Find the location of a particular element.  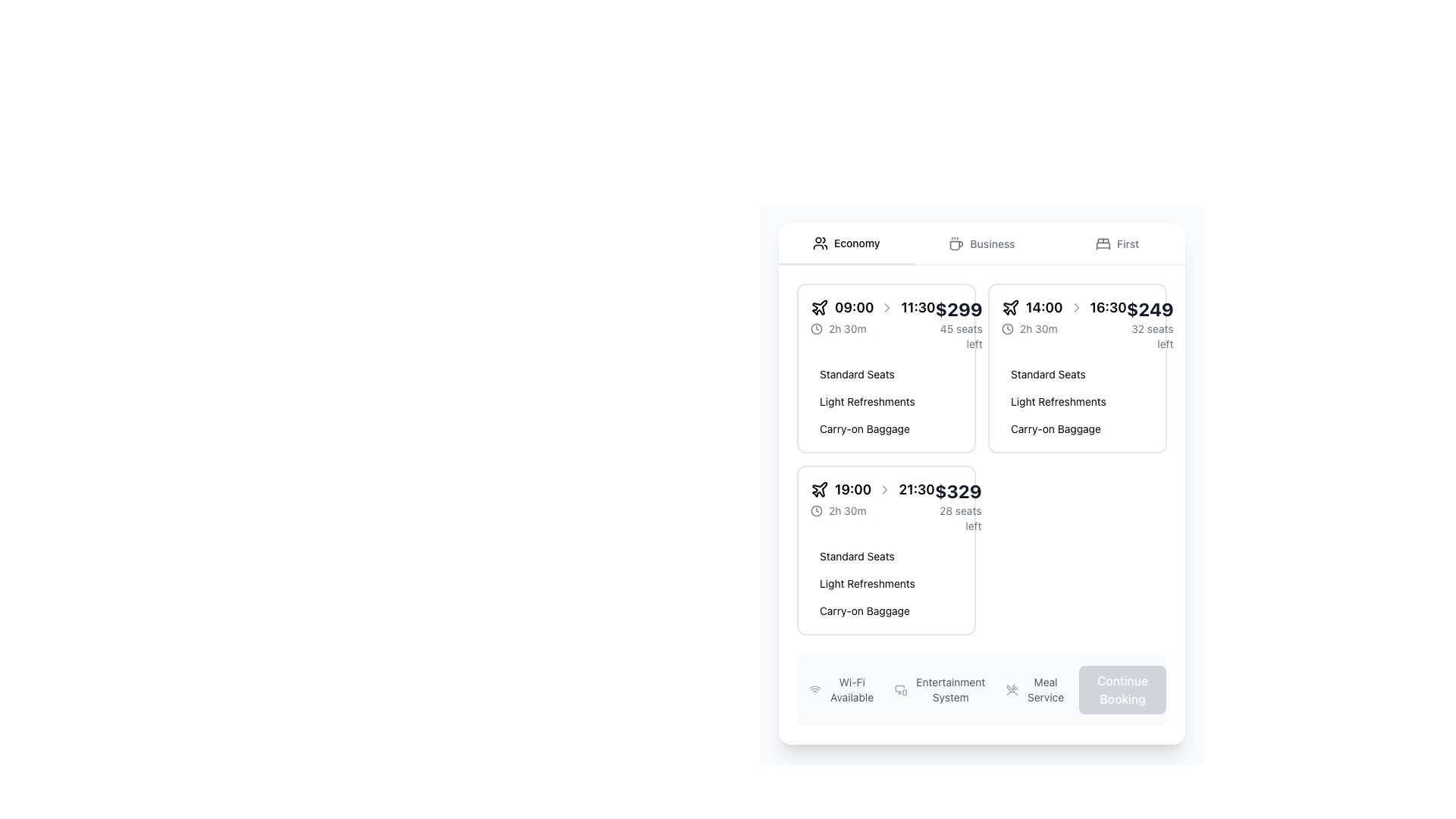

the feature list displaying 'Standard Seats', 'Light Refreshments', and 'Carry-on Baggage', which is styled with a light blue background and rounded corners, located below the flight price and time is located at coordinates (886, 583).